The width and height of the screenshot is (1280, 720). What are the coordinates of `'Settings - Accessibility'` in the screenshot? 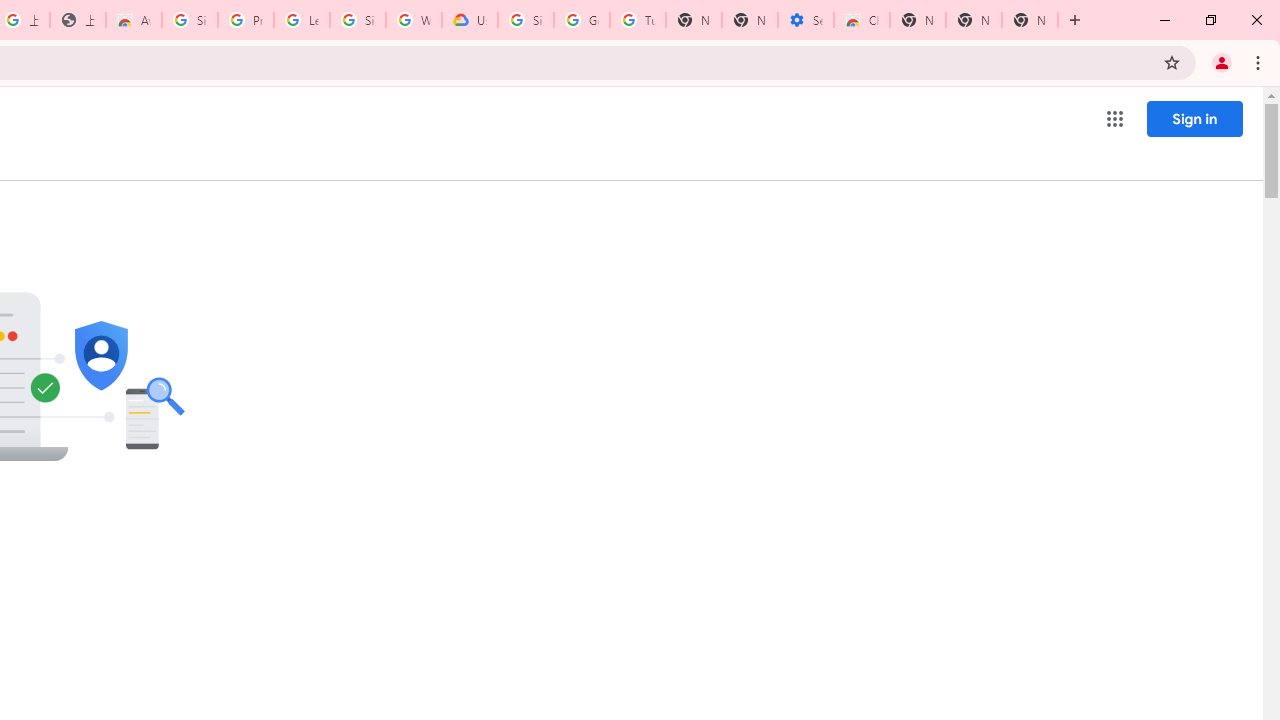 It's located at (806, 20).